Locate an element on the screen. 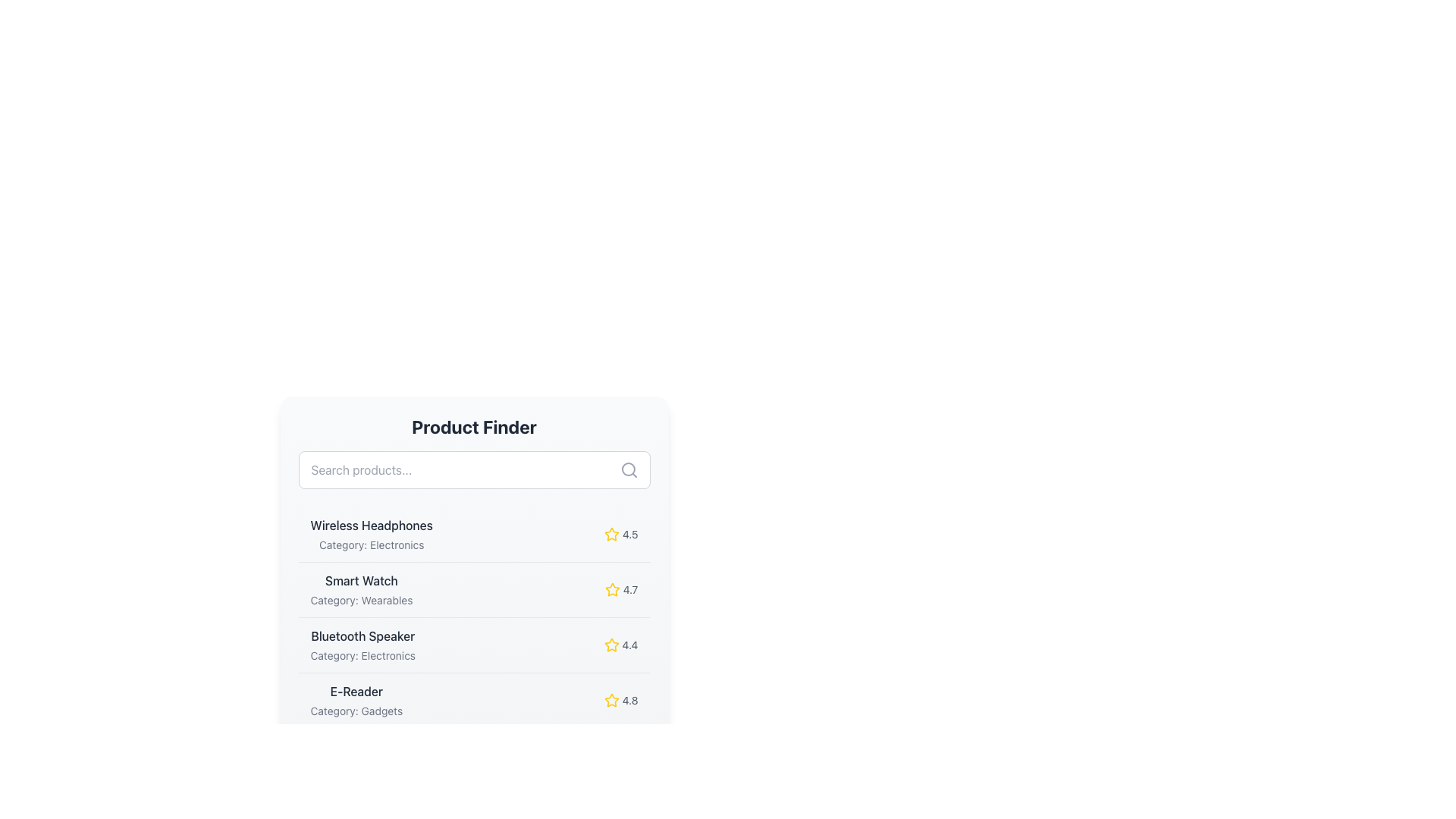 Image resolution: width=1456 pixels, height=819 pixels. the text label displaying 'Wireless Headphones', which is styled with medium font weight and dark gray color, located in the top-left section of the product list is located at coordinates (372, 525).